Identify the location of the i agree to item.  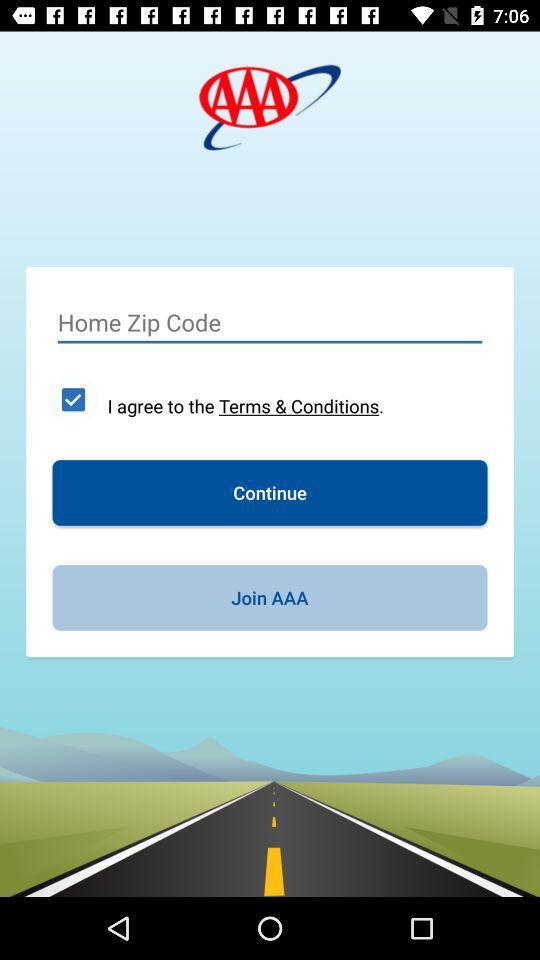
(245, 405).